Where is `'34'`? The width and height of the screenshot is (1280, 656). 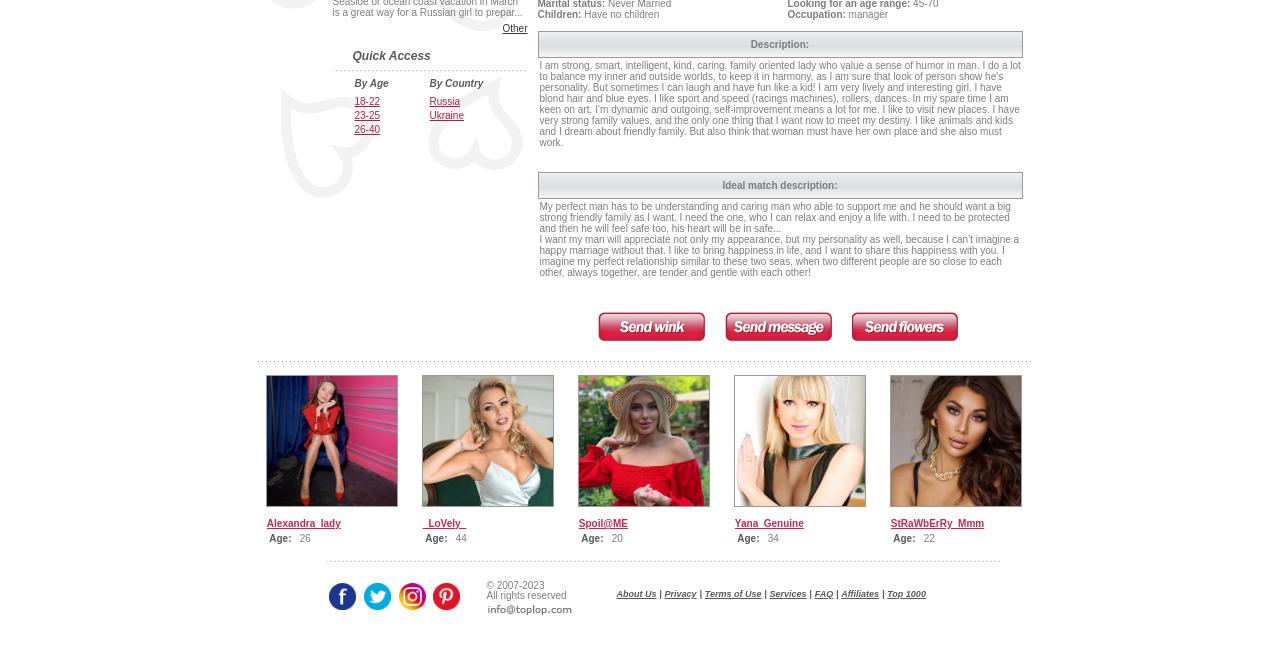 '34' is located at coordinates (771, 538).